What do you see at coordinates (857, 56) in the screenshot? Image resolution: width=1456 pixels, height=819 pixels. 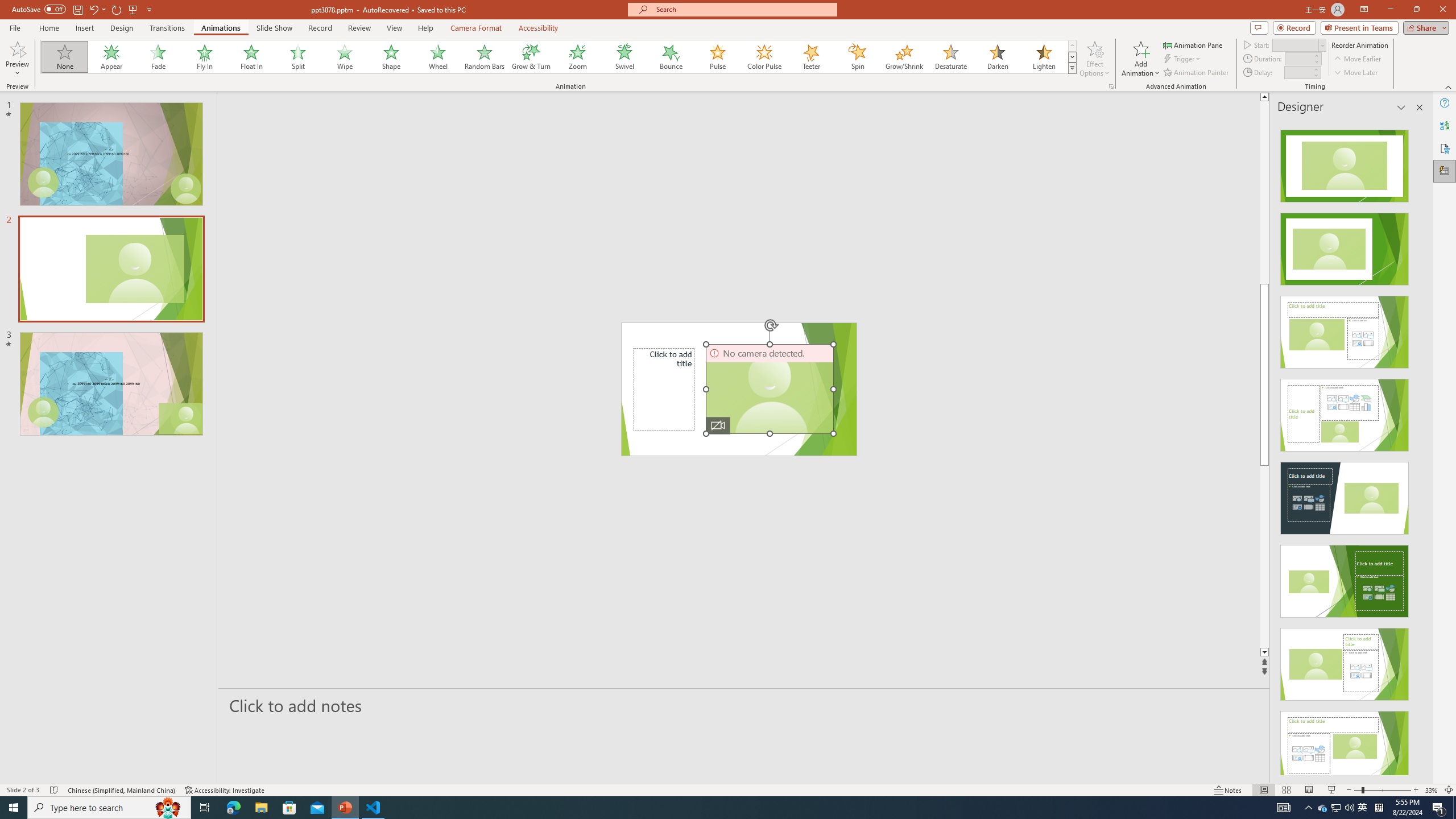 I see `'Spin'` at bounding box center [857, 56].